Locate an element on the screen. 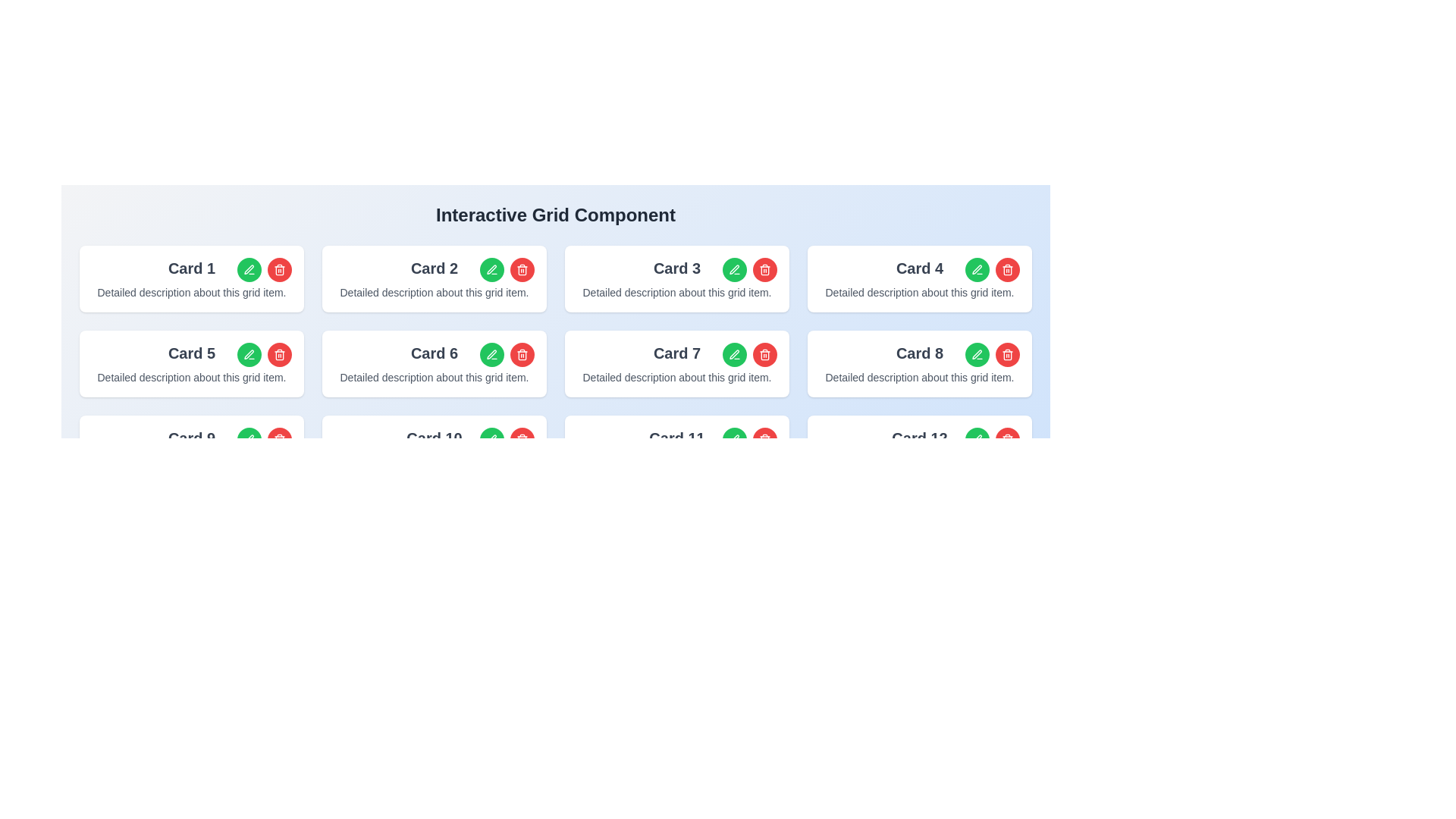 The height and width of the screenshot is (819, 1456). the red circular button with a trash can icon located in the top-right corner of 'Card 10' is located at coordinates (522, 439).